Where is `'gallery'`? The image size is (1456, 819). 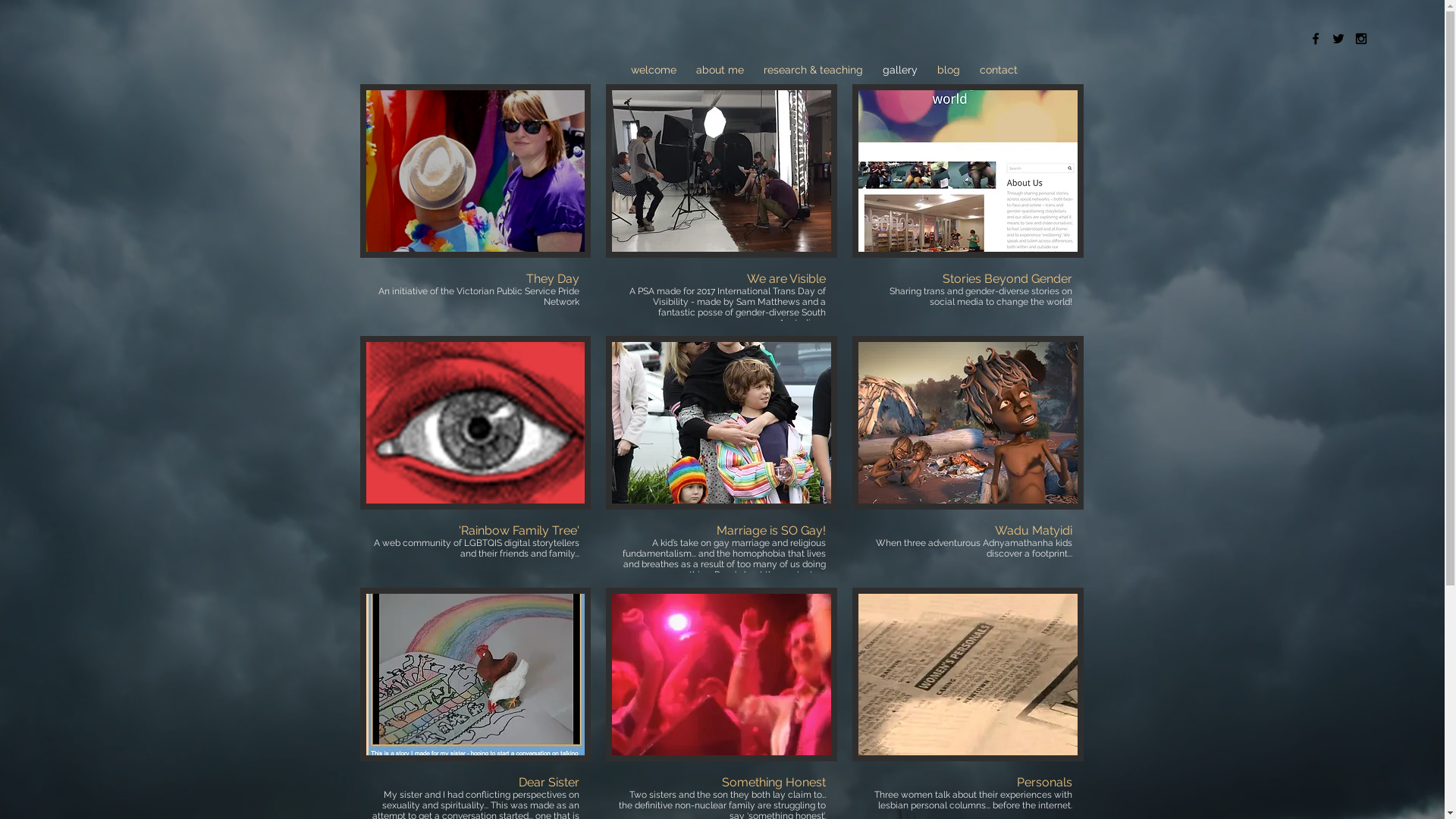 'gallery' is located at coordinates (899, 70).